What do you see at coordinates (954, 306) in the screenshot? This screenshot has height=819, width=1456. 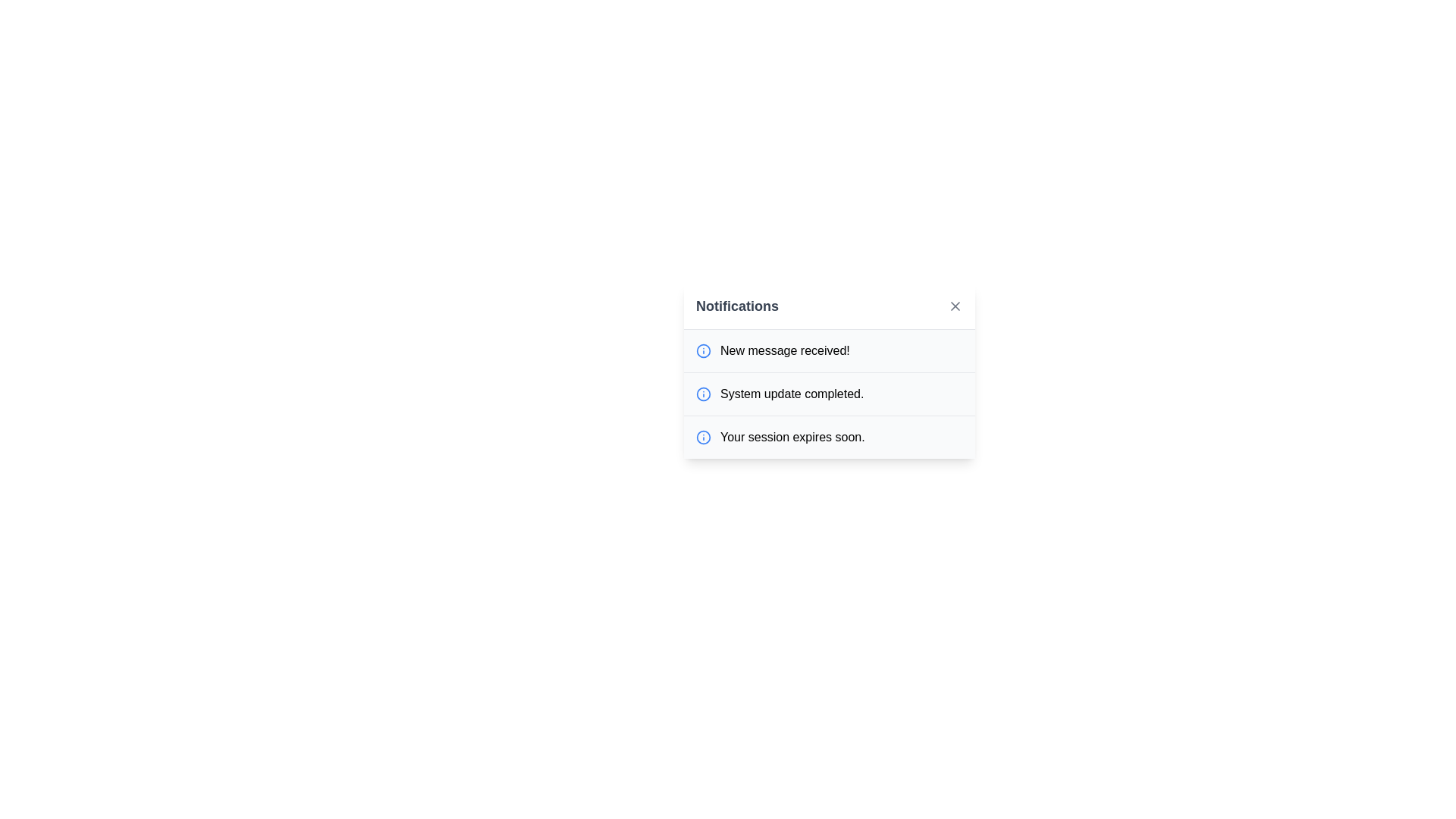 I see `the close/dismiss button icon located in the top-right corner of the notifications panel header to trigger the tooltip` at bounding box center [954, 306].